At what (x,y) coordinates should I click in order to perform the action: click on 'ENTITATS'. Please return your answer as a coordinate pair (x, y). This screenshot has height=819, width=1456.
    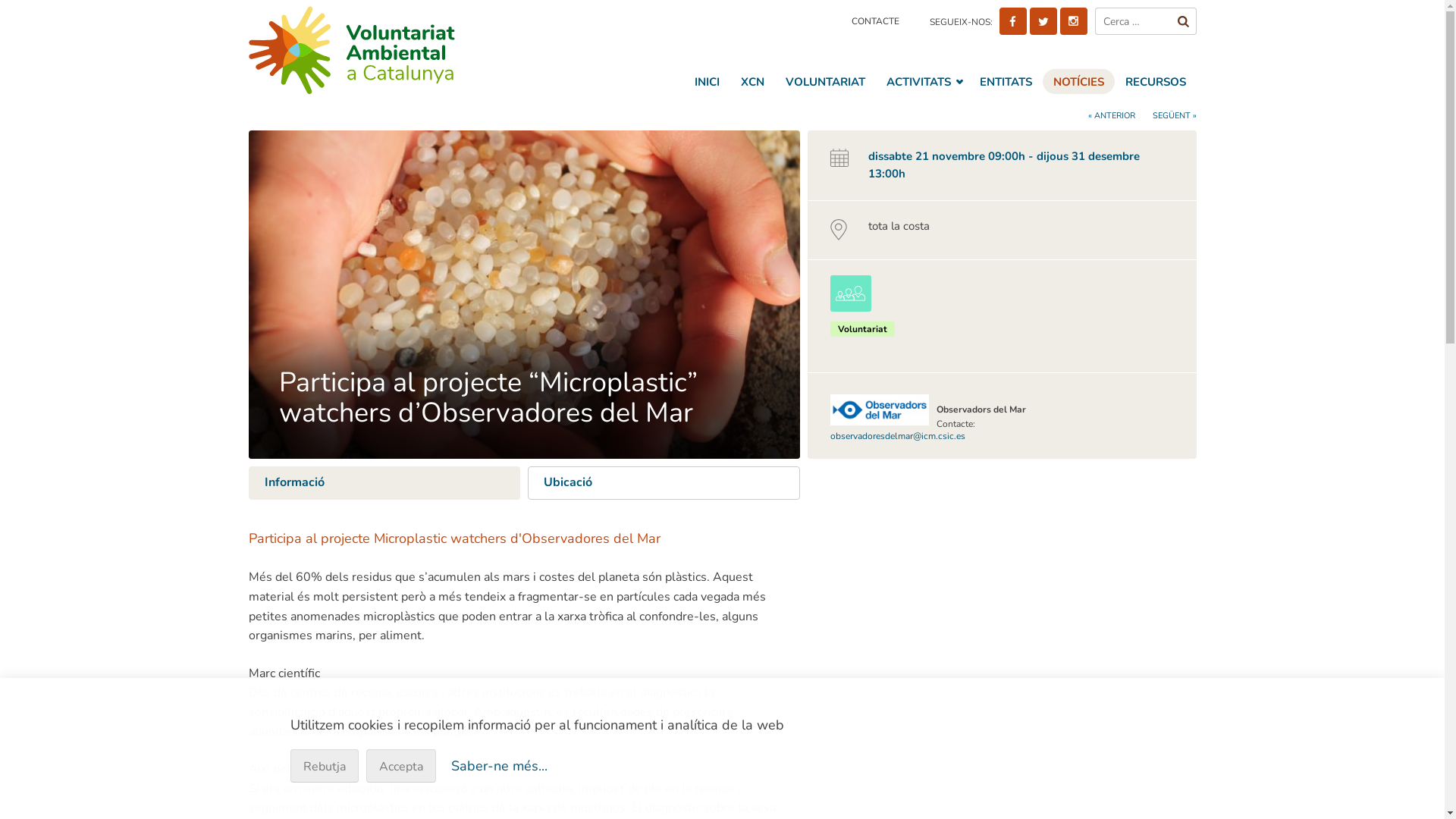
    Looking at the image, I should click on (1006, 81).